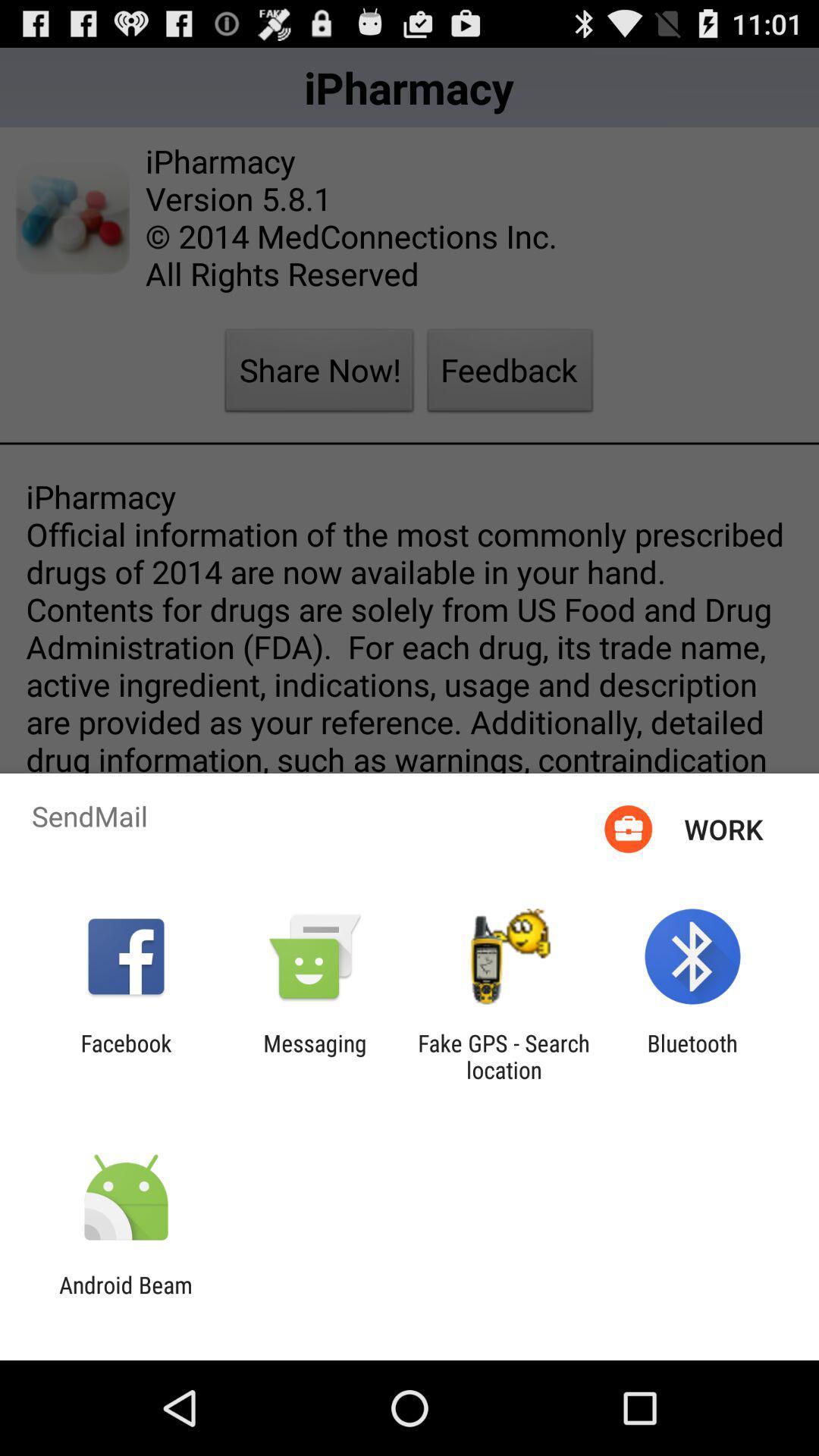 This screenshot has height=1456, width=819. Describe the element at coordinates (125, 1056) in the screenshot. I see `app next to messaging app` at that location.